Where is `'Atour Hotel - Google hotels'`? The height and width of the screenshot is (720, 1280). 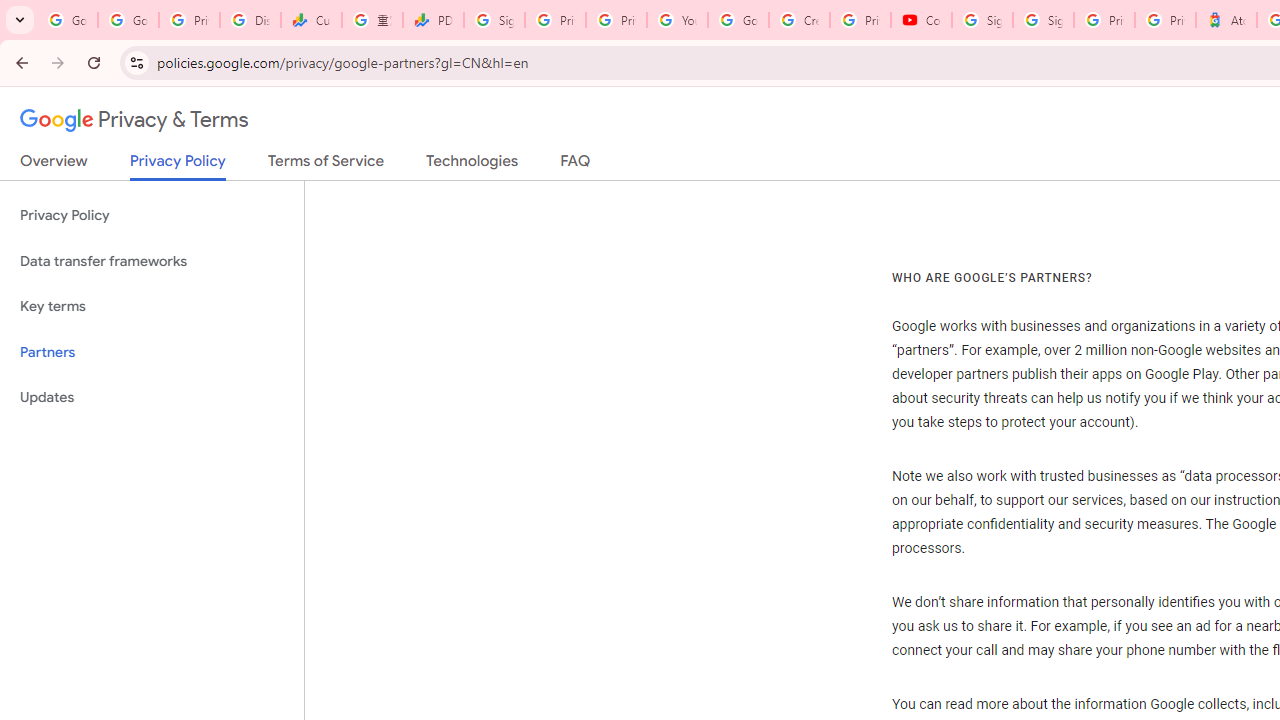
'Atour Hotel - Google hotels' is located at coordinates (1225, 20).